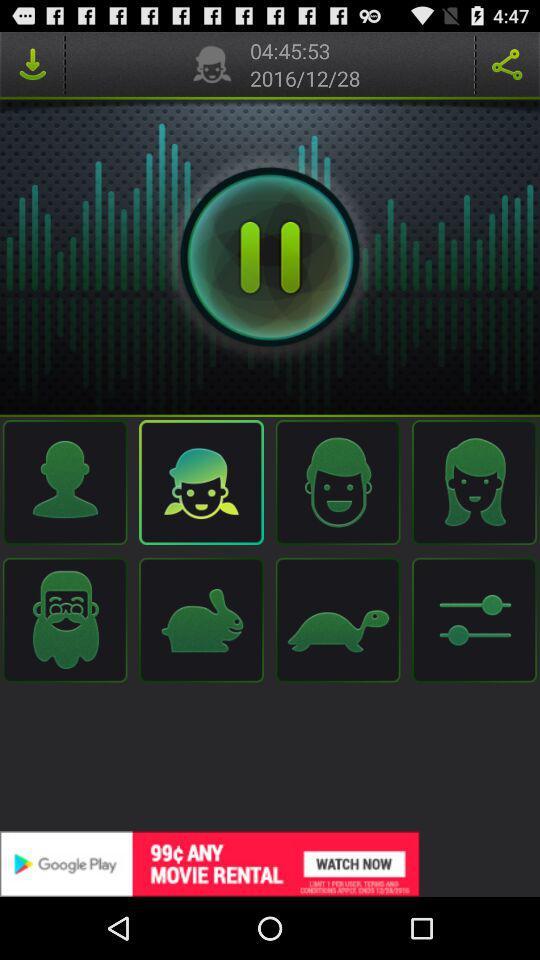  Describe the element at coordinates (31, 68) in the screenshot. I see `the file_download icon` at that location.